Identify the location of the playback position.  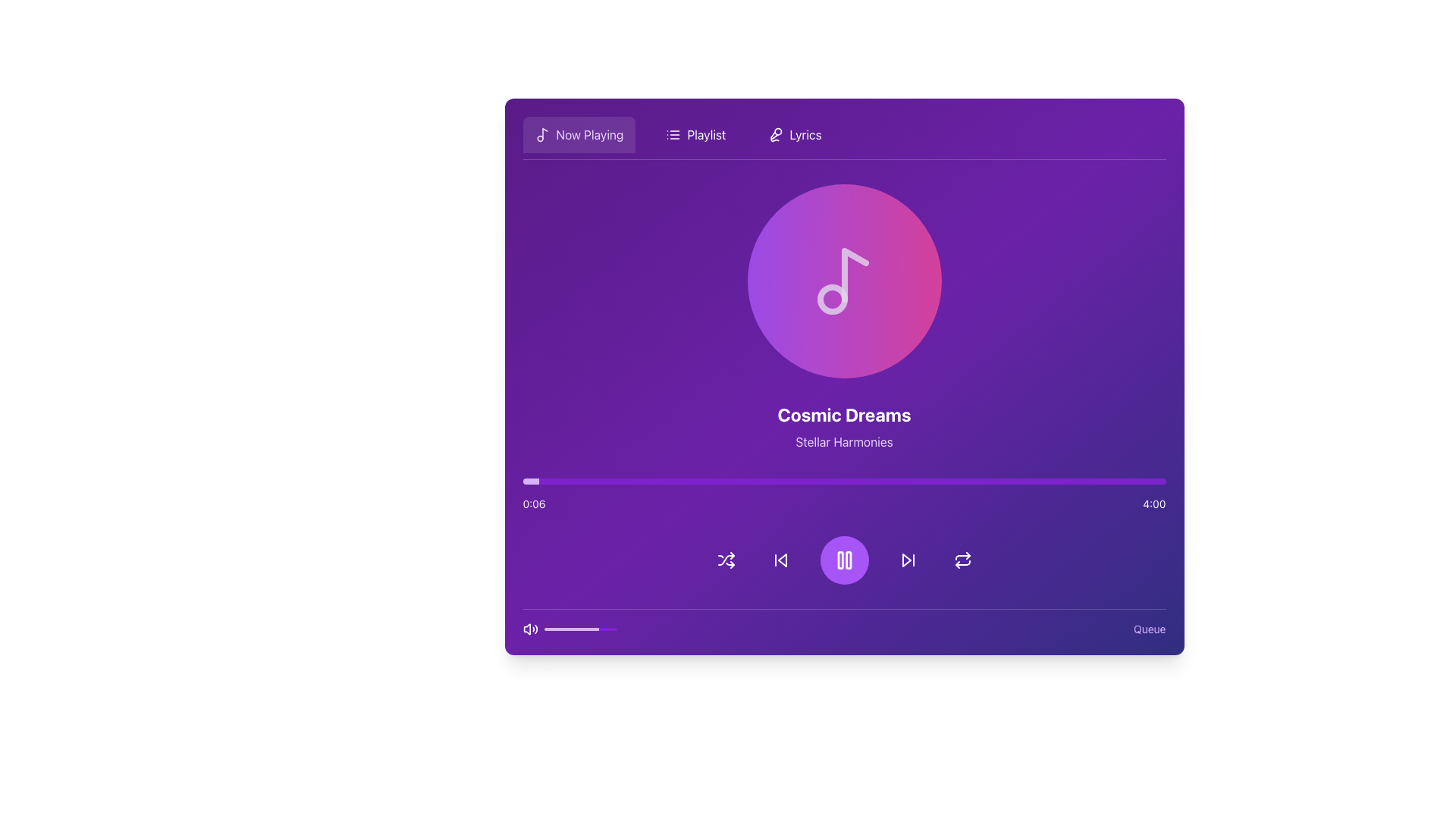
(1152, 482).